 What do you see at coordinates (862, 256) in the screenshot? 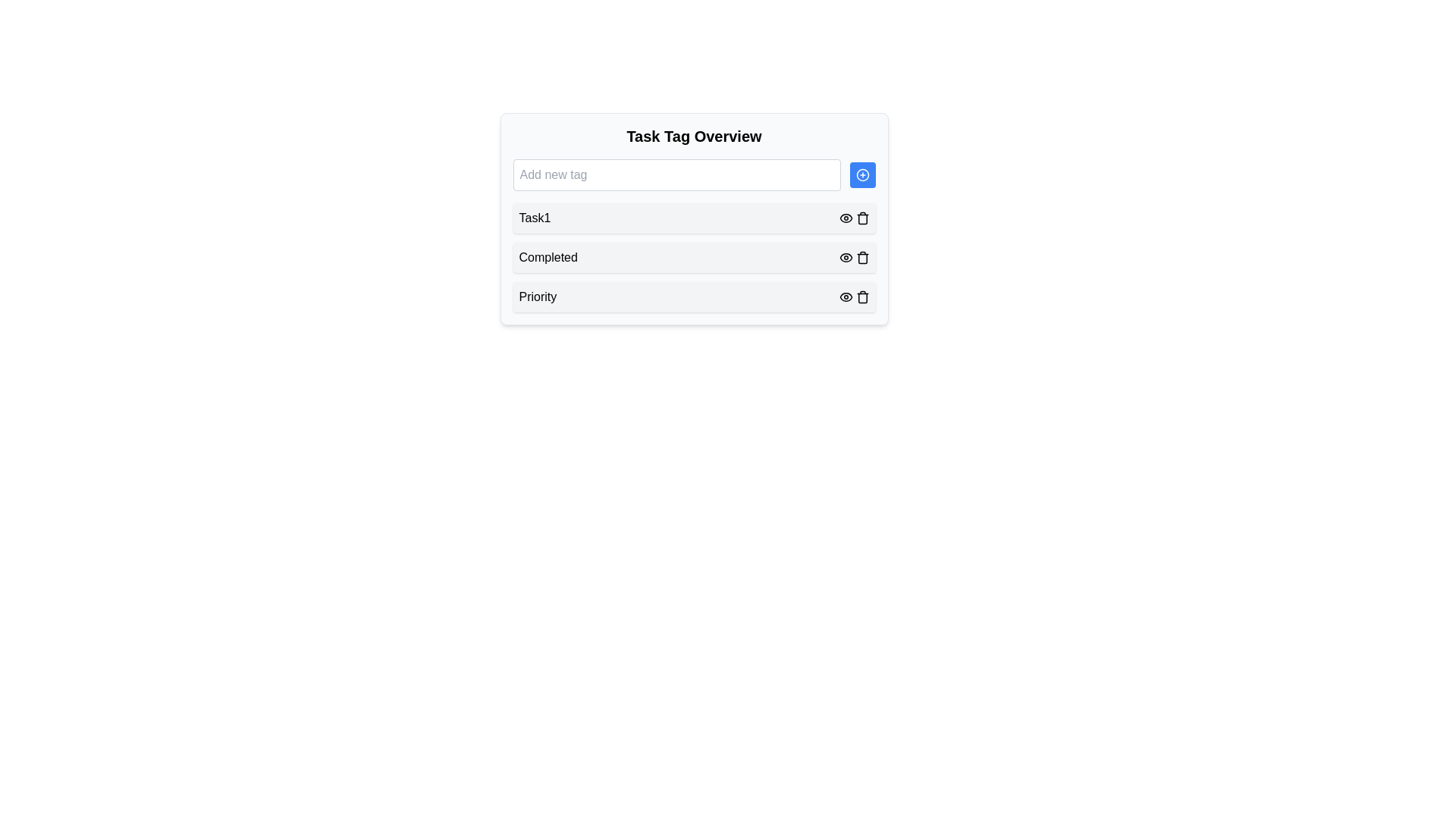
I see `the delete button located in the second row of the item list, which is positioned to the far right next to an eye-shaped icon` at bounding box center [862, 256].